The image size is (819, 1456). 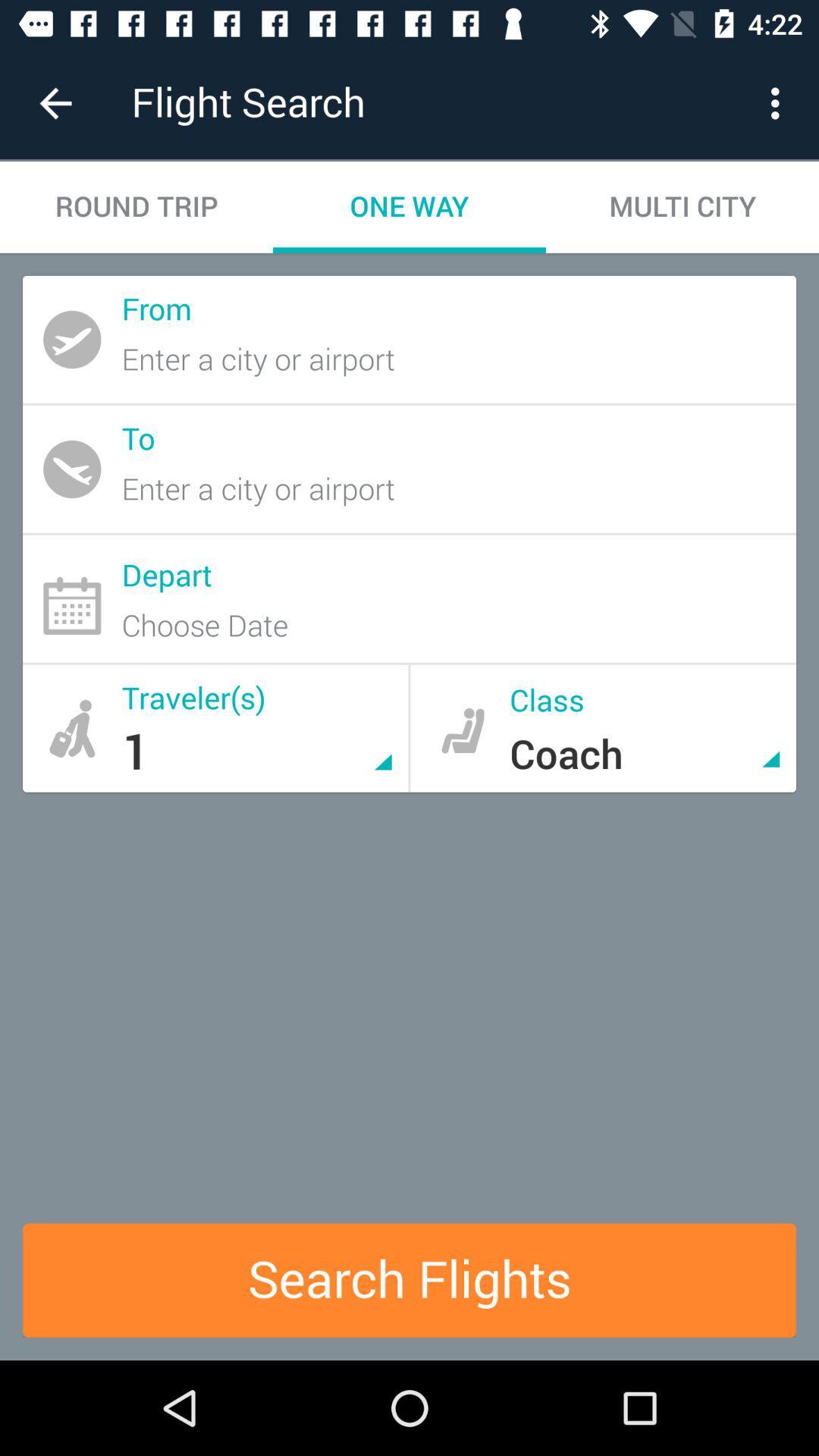 What do you see at coordinates (55, 102) in the screenshot?
I see `item to the left of the flight search icon` at bounding box center [55, 102].